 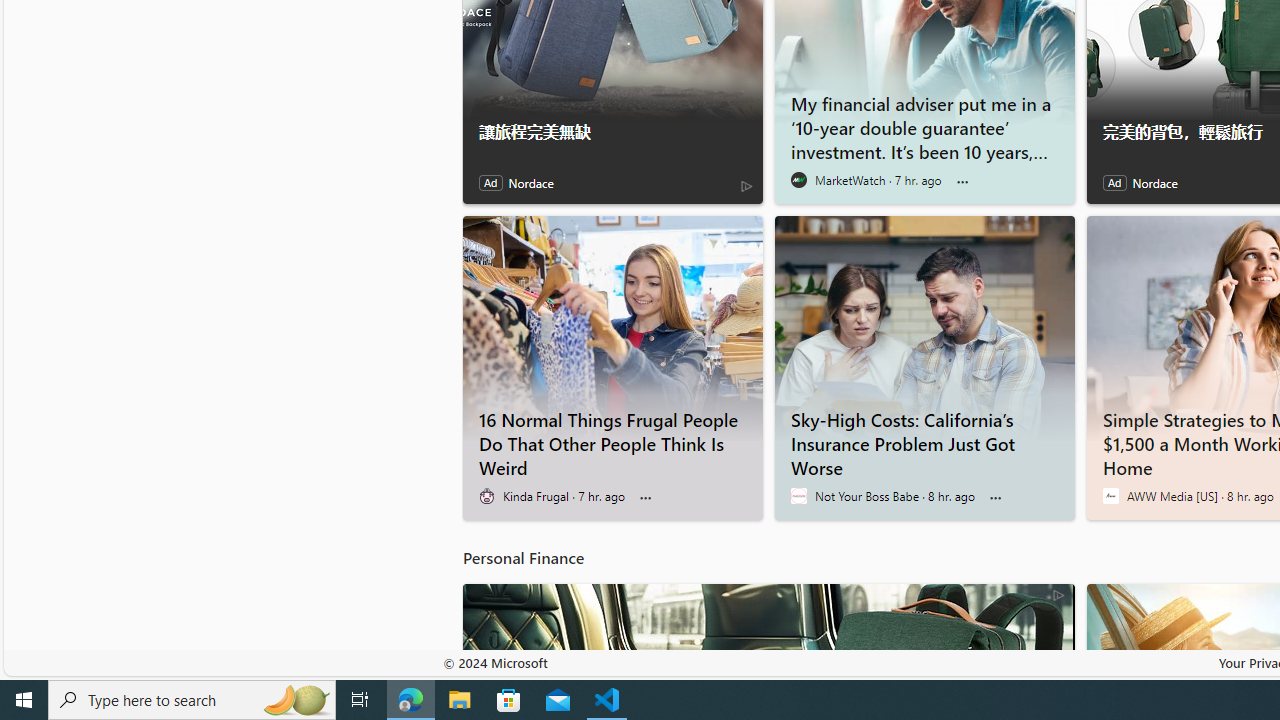 I want to click on 'AWW Media [US]', so click(x=1109, y=495).